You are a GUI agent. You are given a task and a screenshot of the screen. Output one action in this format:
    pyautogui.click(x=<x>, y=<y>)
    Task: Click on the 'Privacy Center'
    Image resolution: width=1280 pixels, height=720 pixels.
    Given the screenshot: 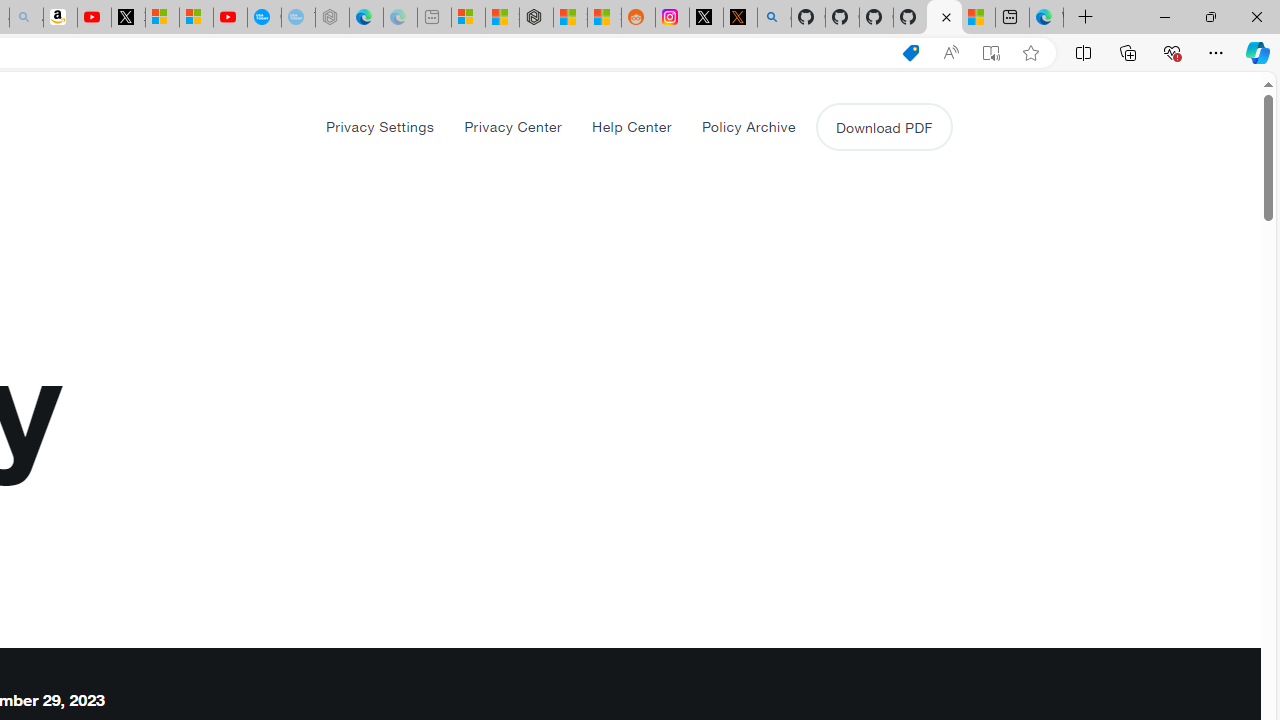 What is the action you would take?
    pyautogui.click(x=513, y=126)
    